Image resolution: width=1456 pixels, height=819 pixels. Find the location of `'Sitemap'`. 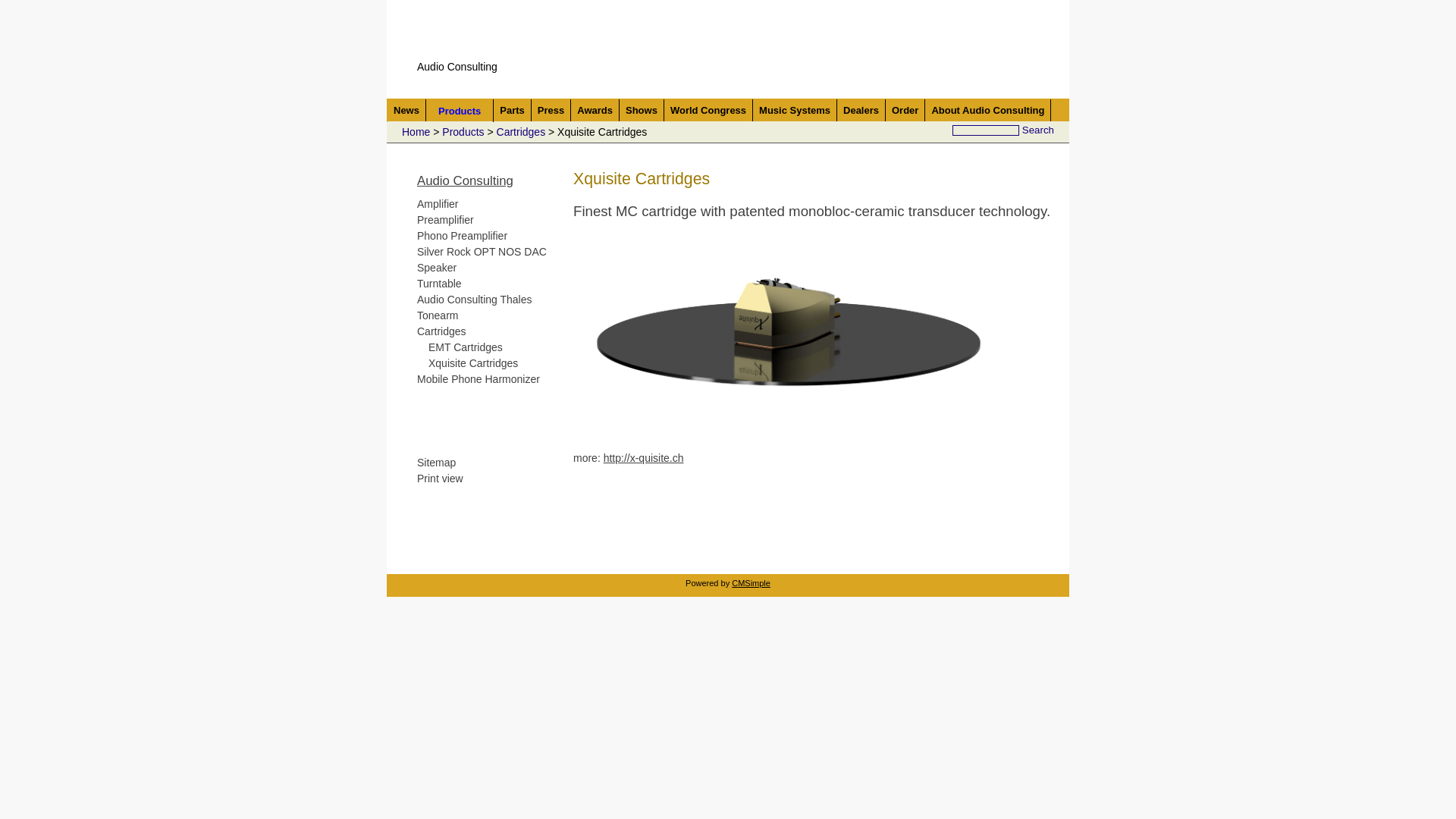

'Sitemap' is located at coordinates (435, 461).